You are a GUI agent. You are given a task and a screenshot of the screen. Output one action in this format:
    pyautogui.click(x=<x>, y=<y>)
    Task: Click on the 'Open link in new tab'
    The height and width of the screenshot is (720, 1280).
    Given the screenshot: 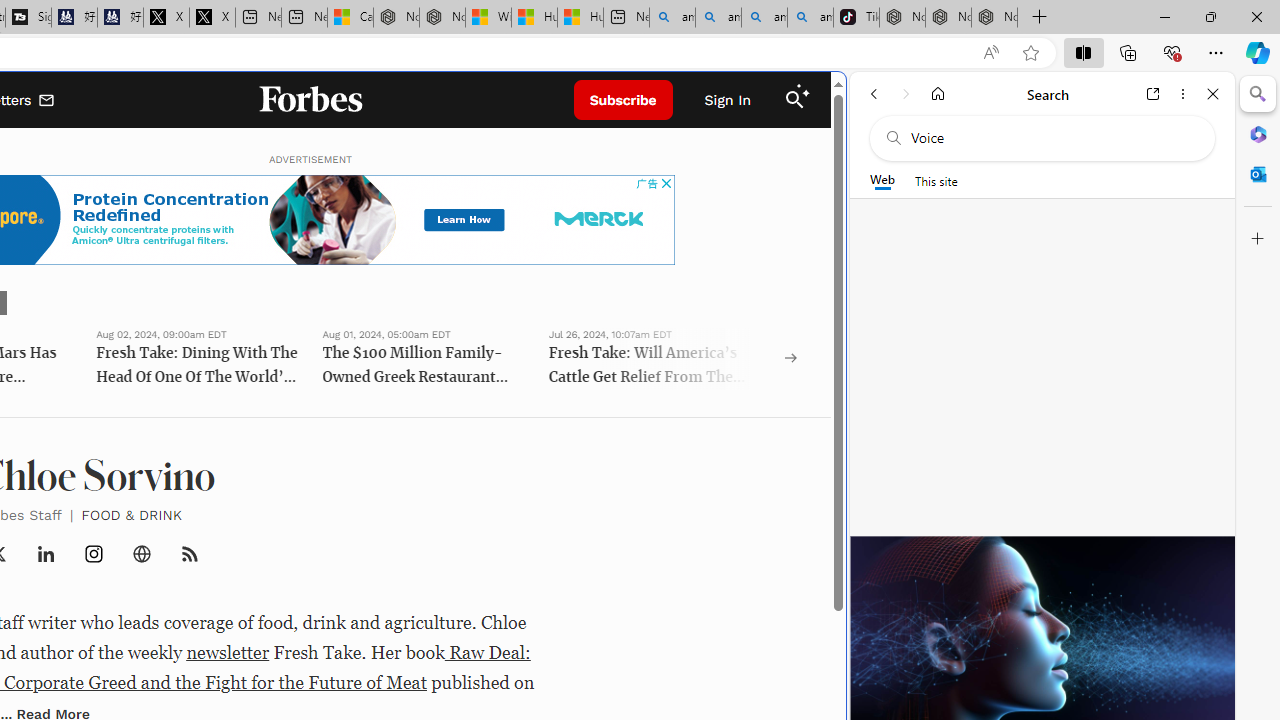 What is the action you would take?
    pyautogui.click(x=1153, y=93)
    